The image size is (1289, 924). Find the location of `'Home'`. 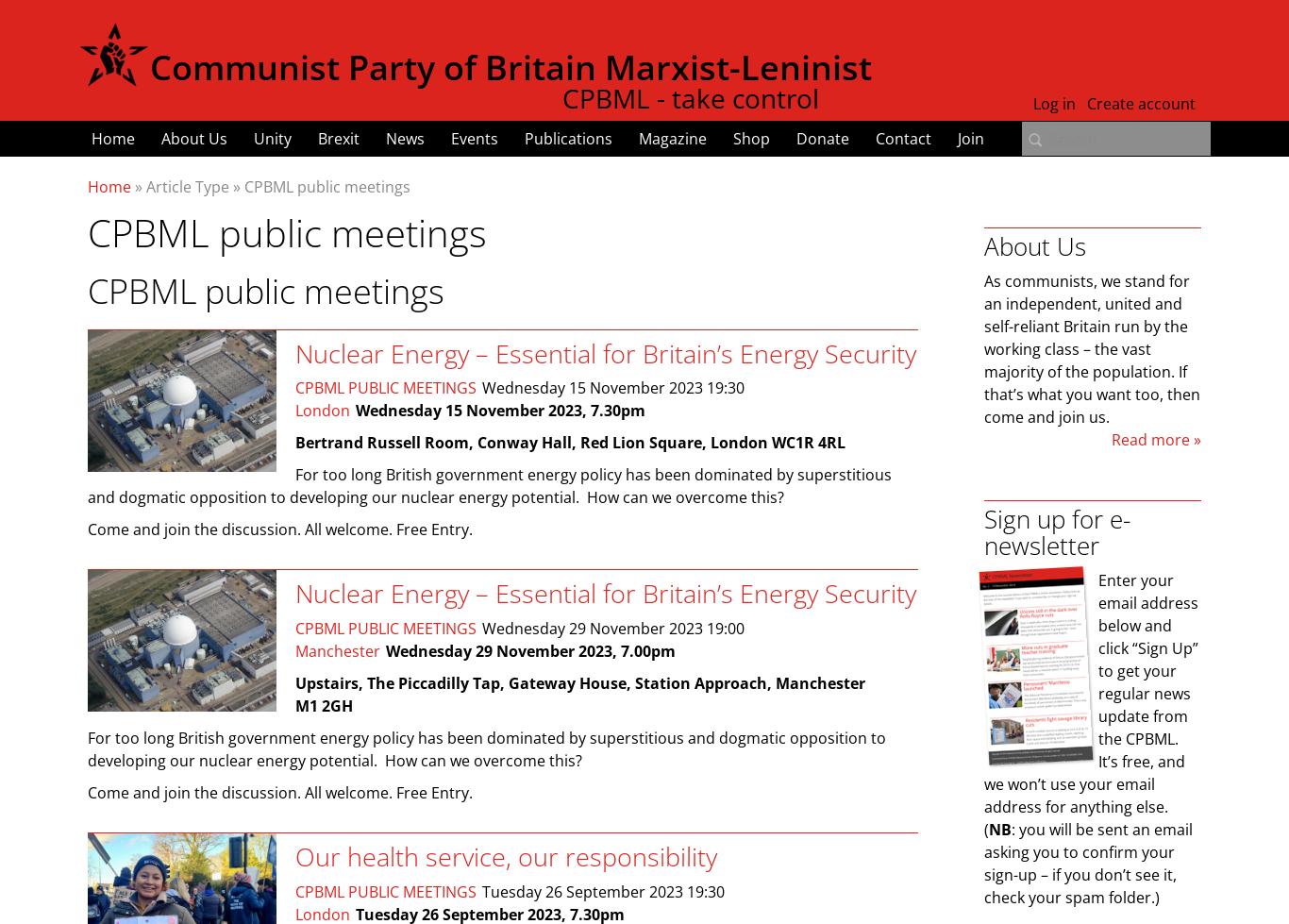

'Home' is located at coordinates (111, 139).